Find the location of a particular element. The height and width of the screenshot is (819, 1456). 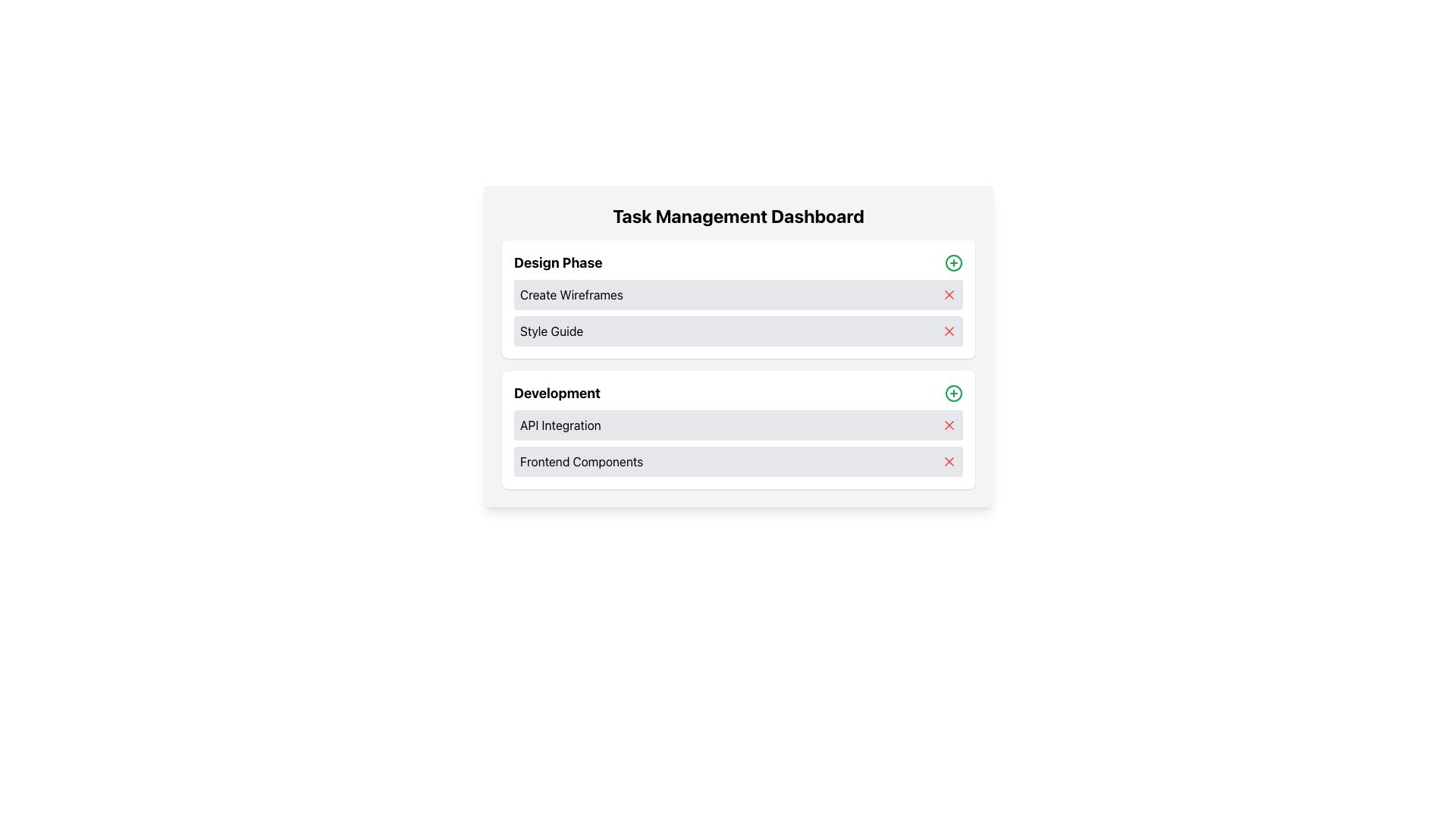

text label displaying 'API Integration' located in the upper part of the 'Development' section, which is the first list item above 'Frontend Components' is located at coordinates (560, 425).